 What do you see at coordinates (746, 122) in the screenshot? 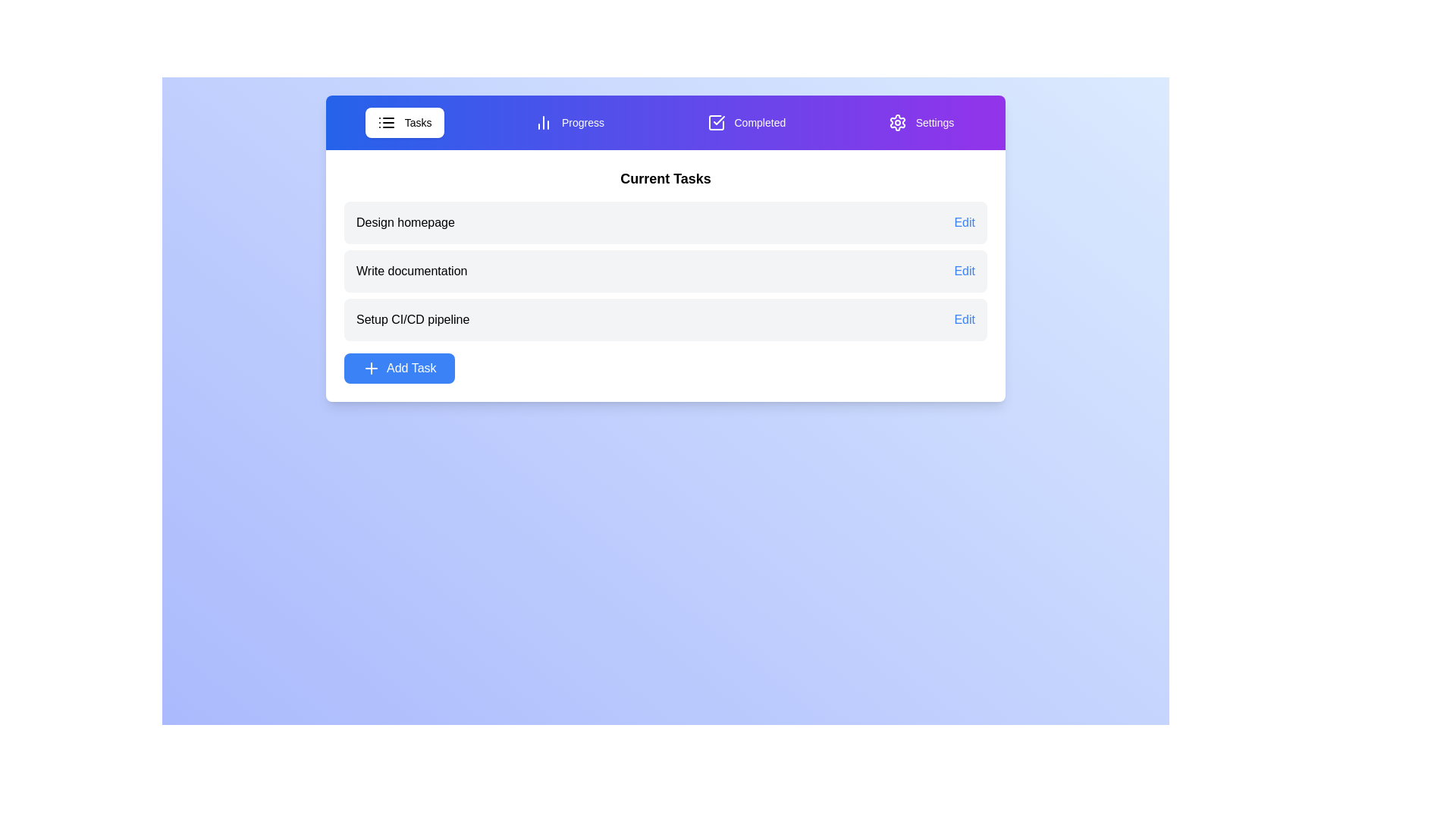
I see `the navigation button that directs the user to the 'Completed' section, which is the third button from the left in the navigation bar` at bounding box center [746, 122].